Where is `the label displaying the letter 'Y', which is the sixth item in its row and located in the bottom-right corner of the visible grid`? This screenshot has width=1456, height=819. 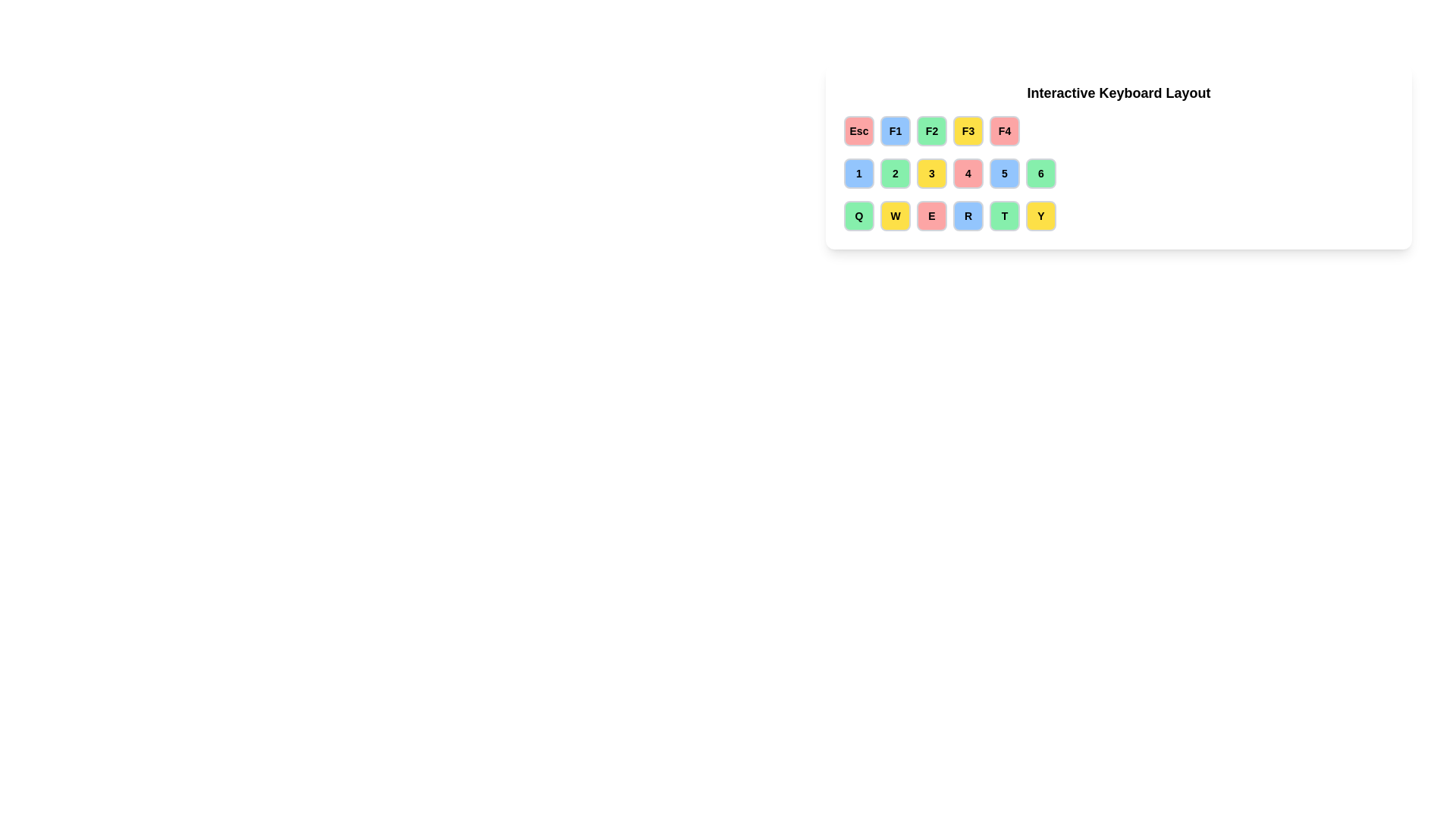 the label displaying the letter 'Y', which is the sixth item in its row and located in the bottom-right corner of the visible grid is located at coordinates (1040, 216).